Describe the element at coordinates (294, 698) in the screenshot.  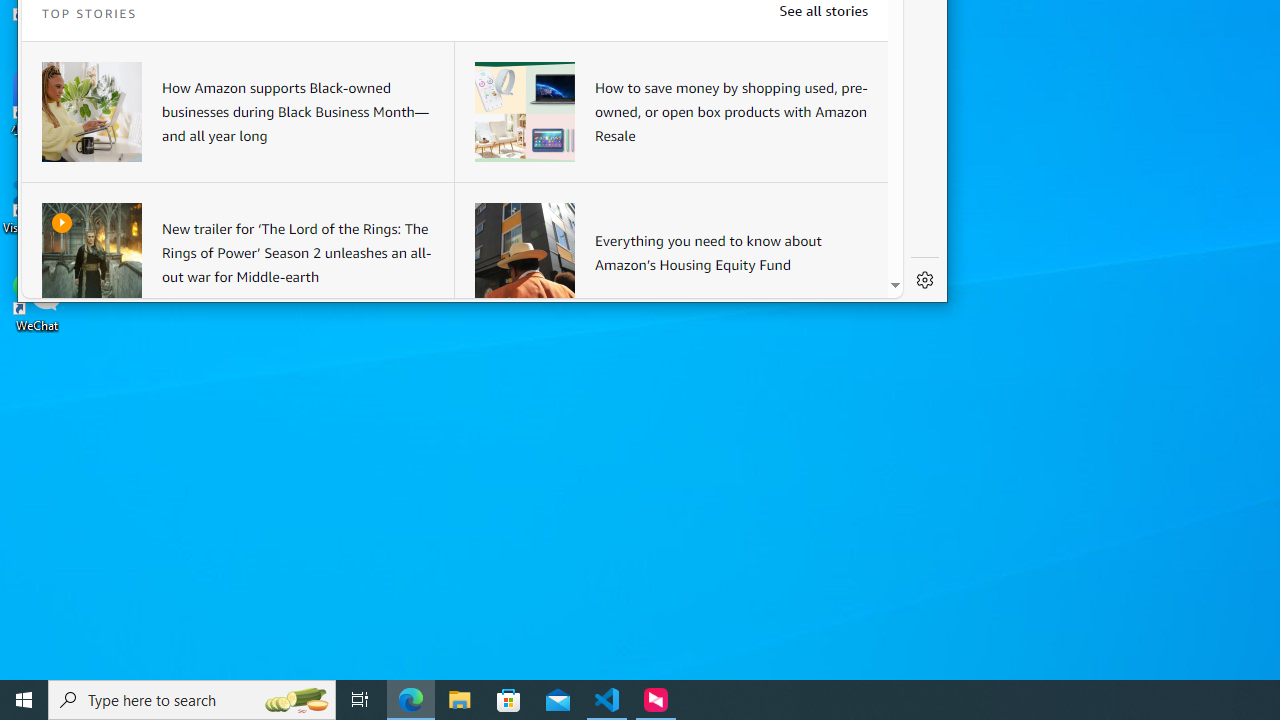
I see `'Search highlights icon opens search home window'` at that location.